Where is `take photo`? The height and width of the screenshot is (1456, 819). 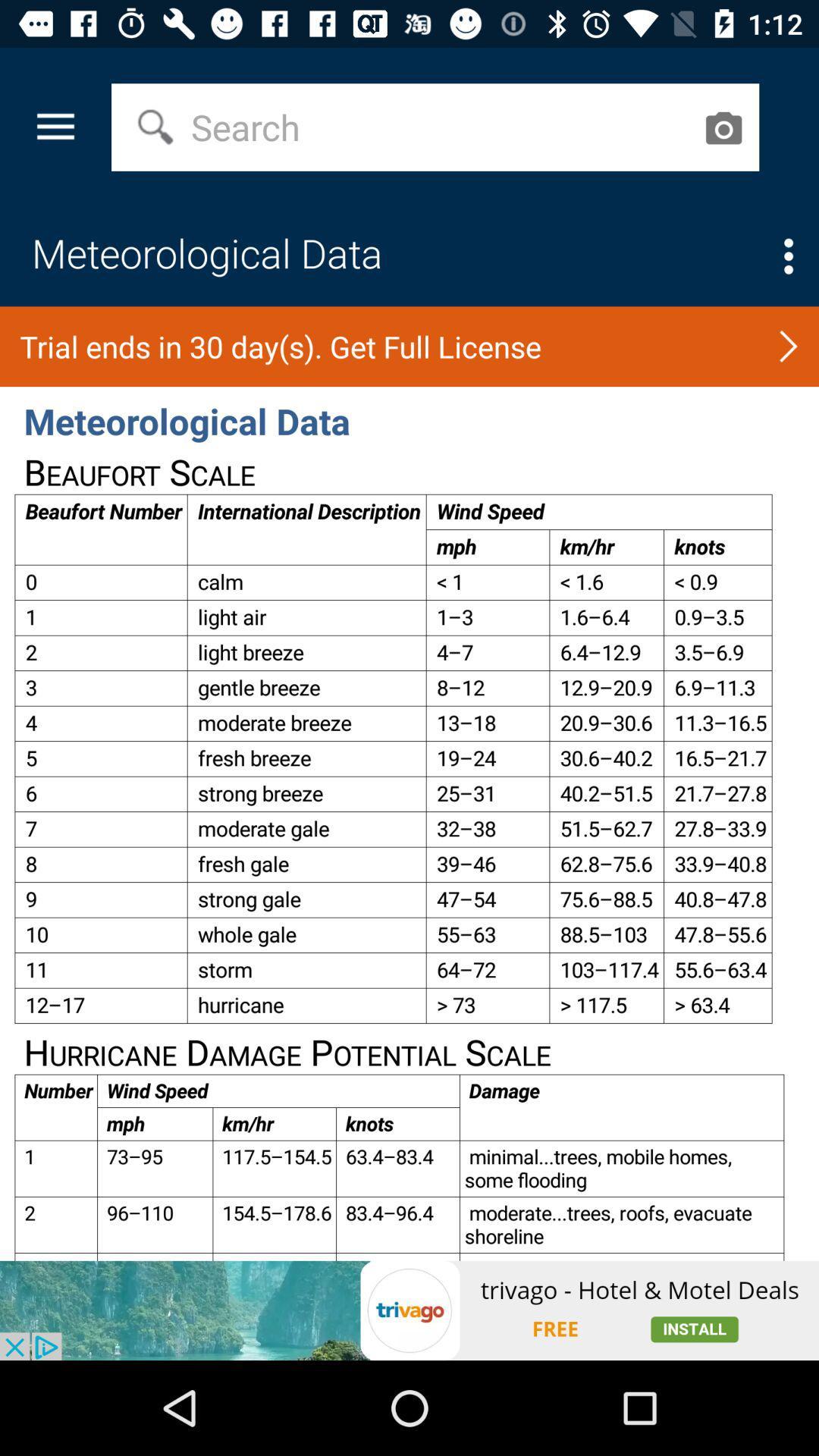
take photo is located at coordinates (722, 127).